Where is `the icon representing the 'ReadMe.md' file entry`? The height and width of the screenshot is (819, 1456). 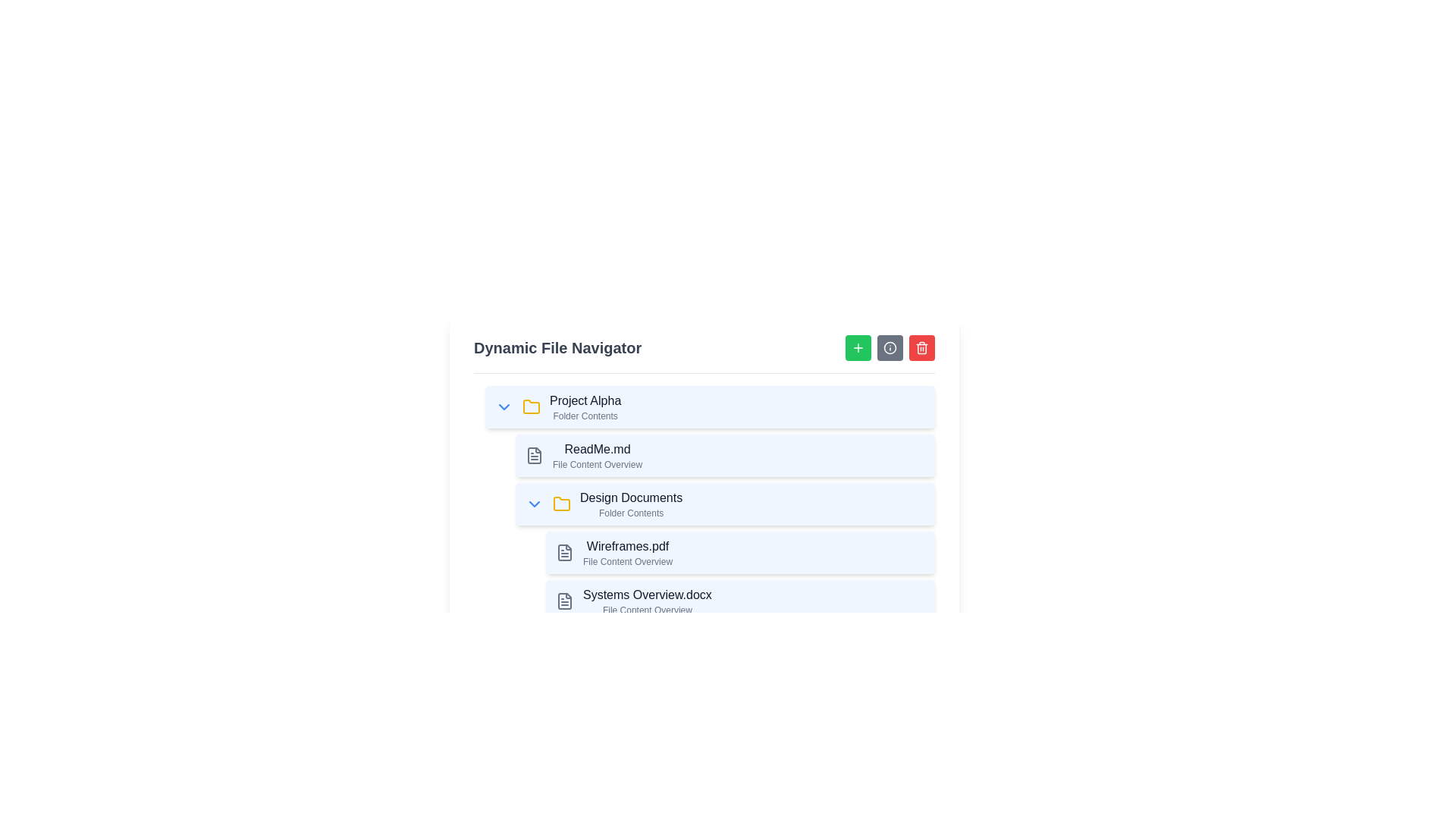
the icon representing the 'ReadMe.md' file entry is located at coordinates (535, 455).